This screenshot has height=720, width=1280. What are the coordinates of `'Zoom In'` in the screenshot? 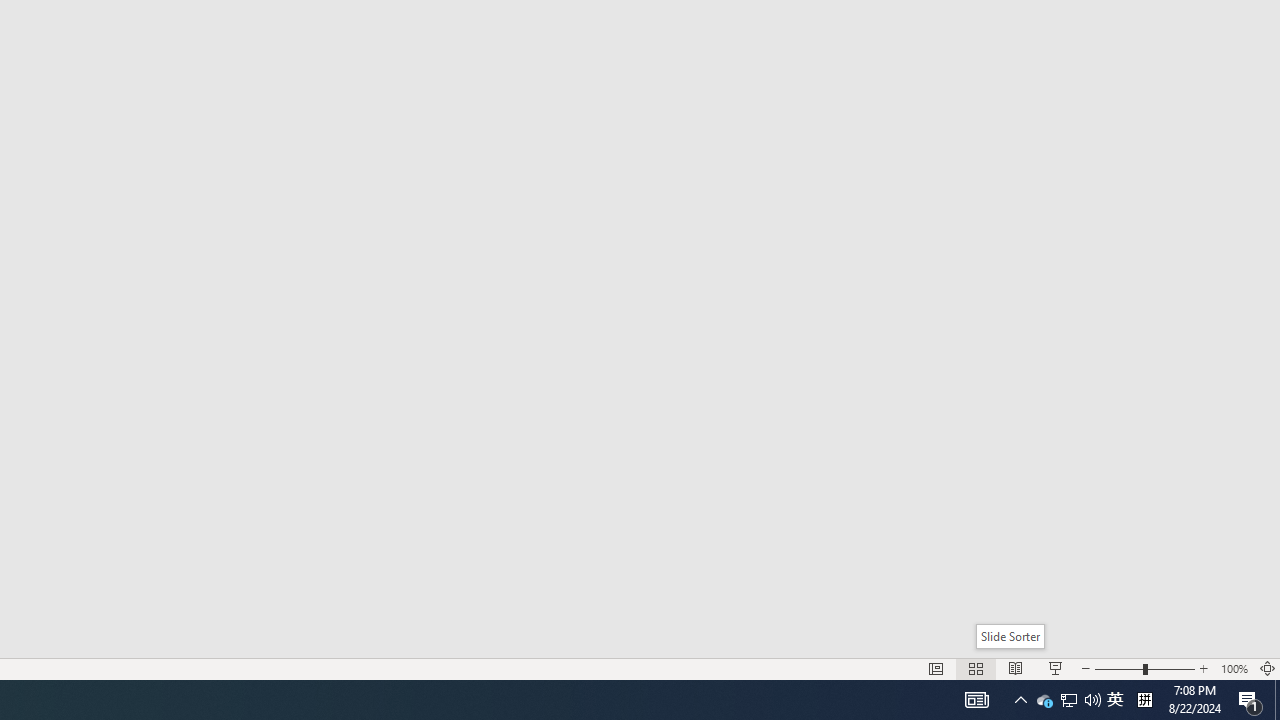 It's located at (1203, 669).